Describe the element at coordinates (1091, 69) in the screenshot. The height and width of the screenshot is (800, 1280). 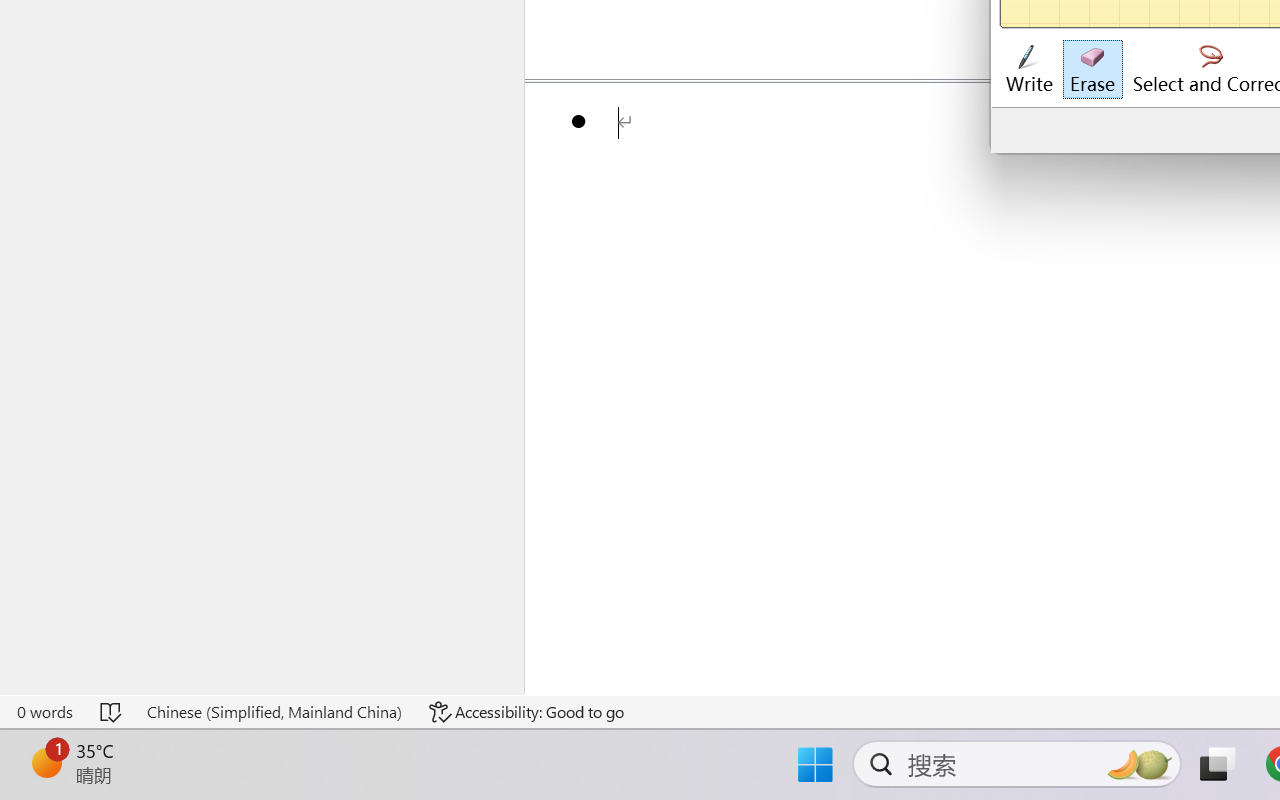
I see `'Erase'` at that location.